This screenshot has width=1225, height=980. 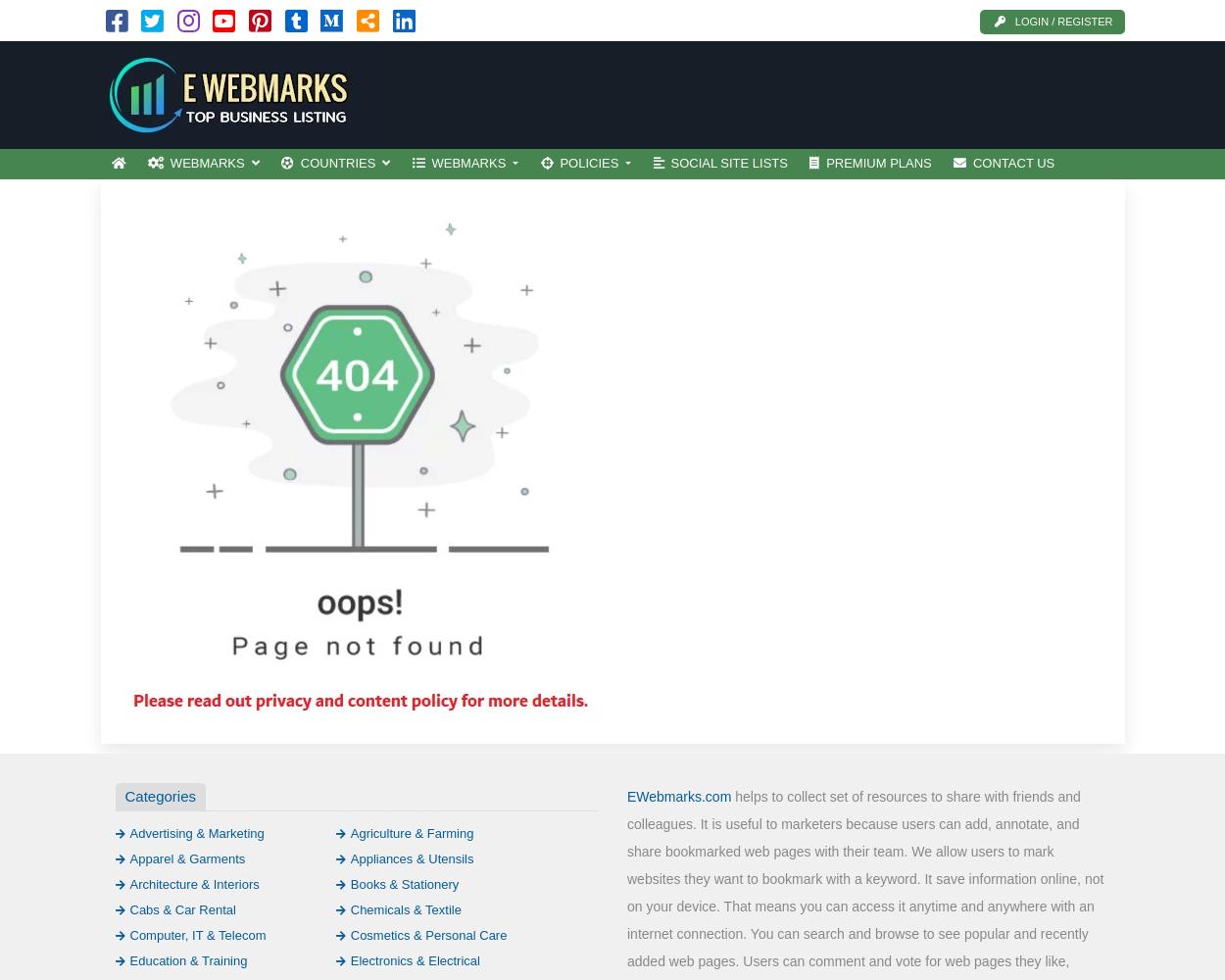 I want to click on 'Cabs & Car Rental', so click(x=181, y=908).